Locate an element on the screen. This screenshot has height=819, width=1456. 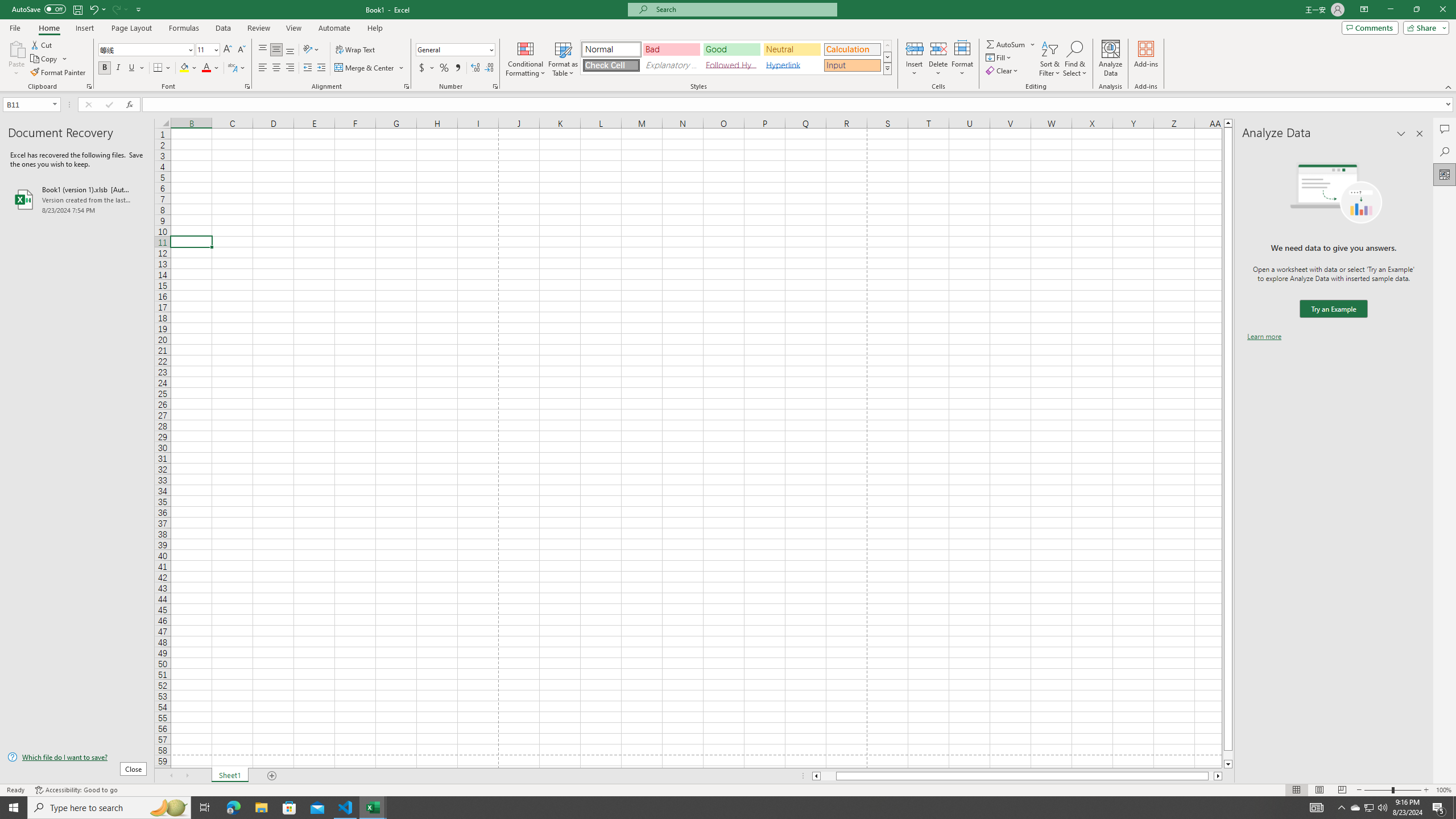
'Format Cell Alignment' is located at coordinates (406, 85).